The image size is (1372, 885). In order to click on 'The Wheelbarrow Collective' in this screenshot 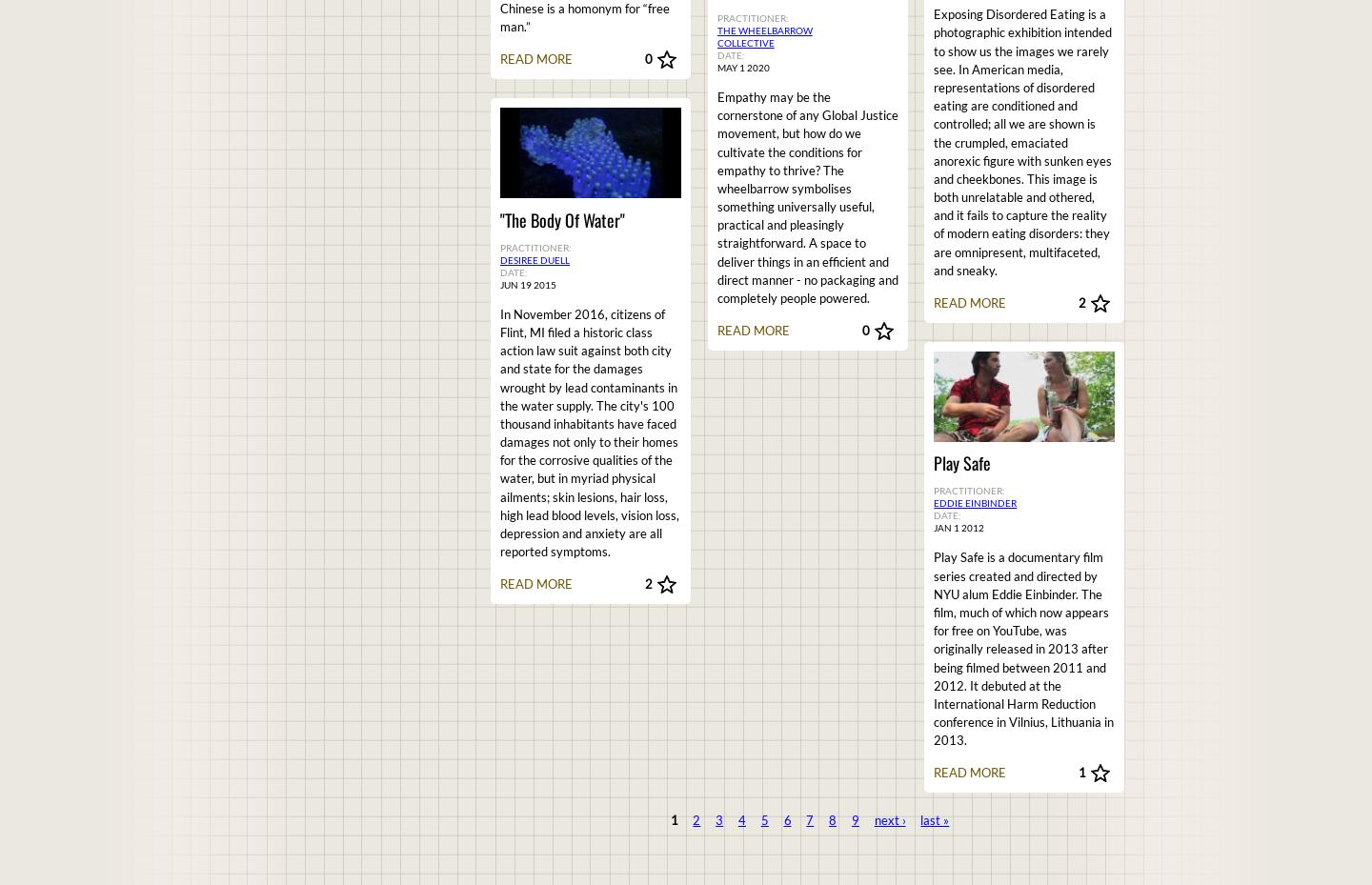, I will do `click(715, 34)`.